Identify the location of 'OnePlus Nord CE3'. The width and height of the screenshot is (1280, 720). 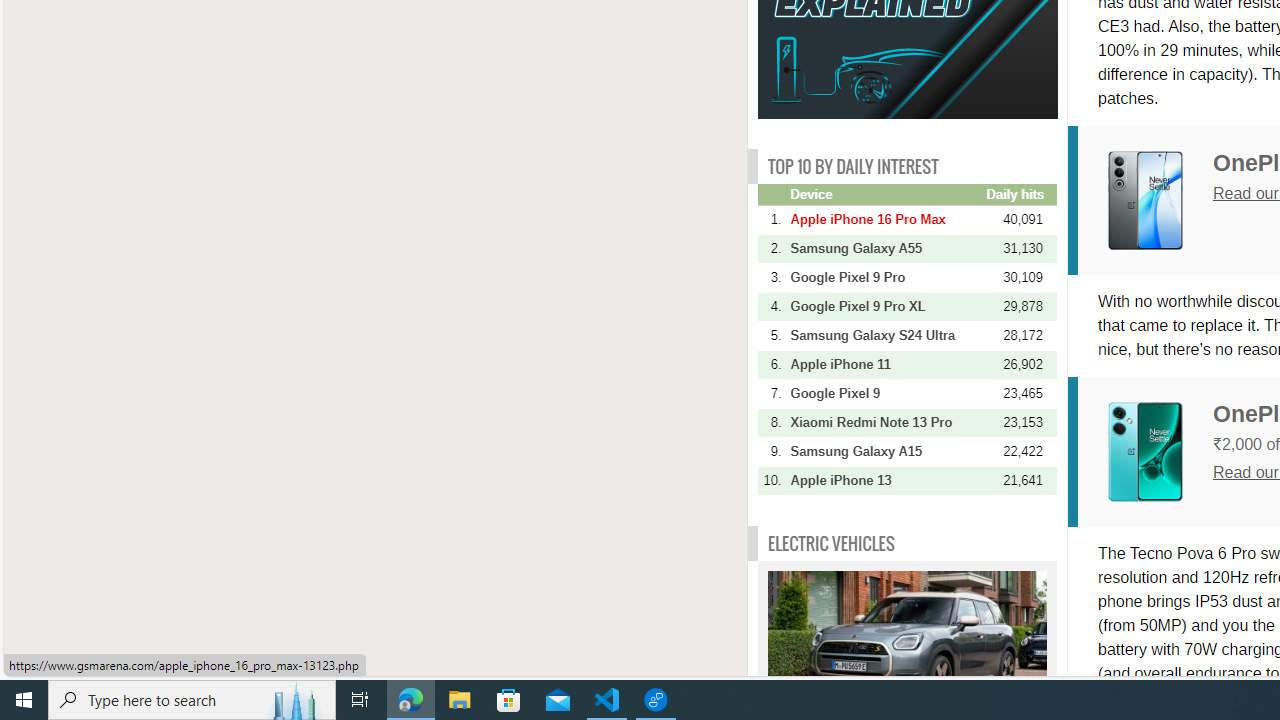
(1145, 451).